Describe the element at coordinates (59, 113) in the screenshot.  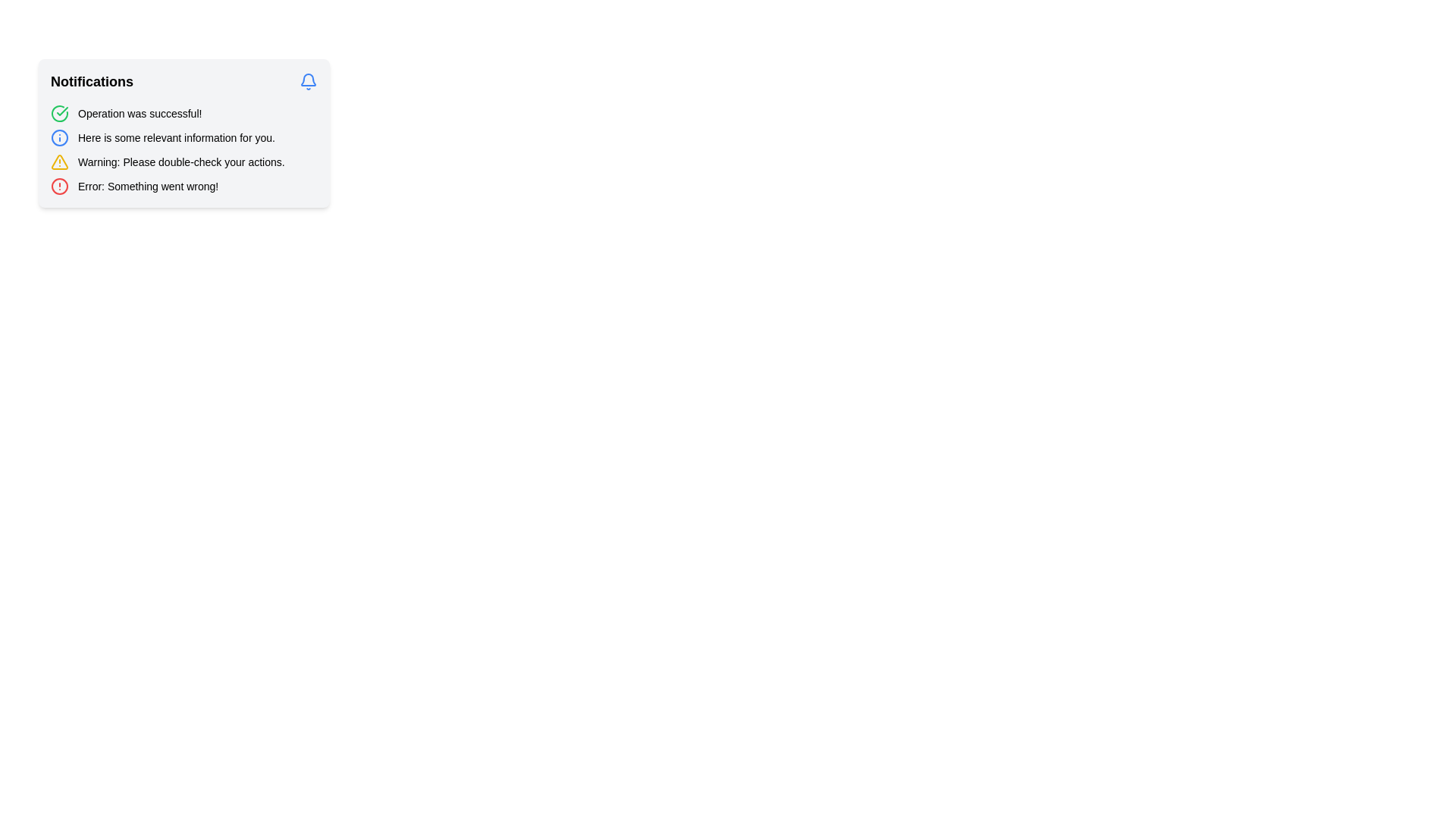
I see `the circular border of the green check icon located in the top-left corner of the notification panel, near the text 'Operation was successful!'` at that location.